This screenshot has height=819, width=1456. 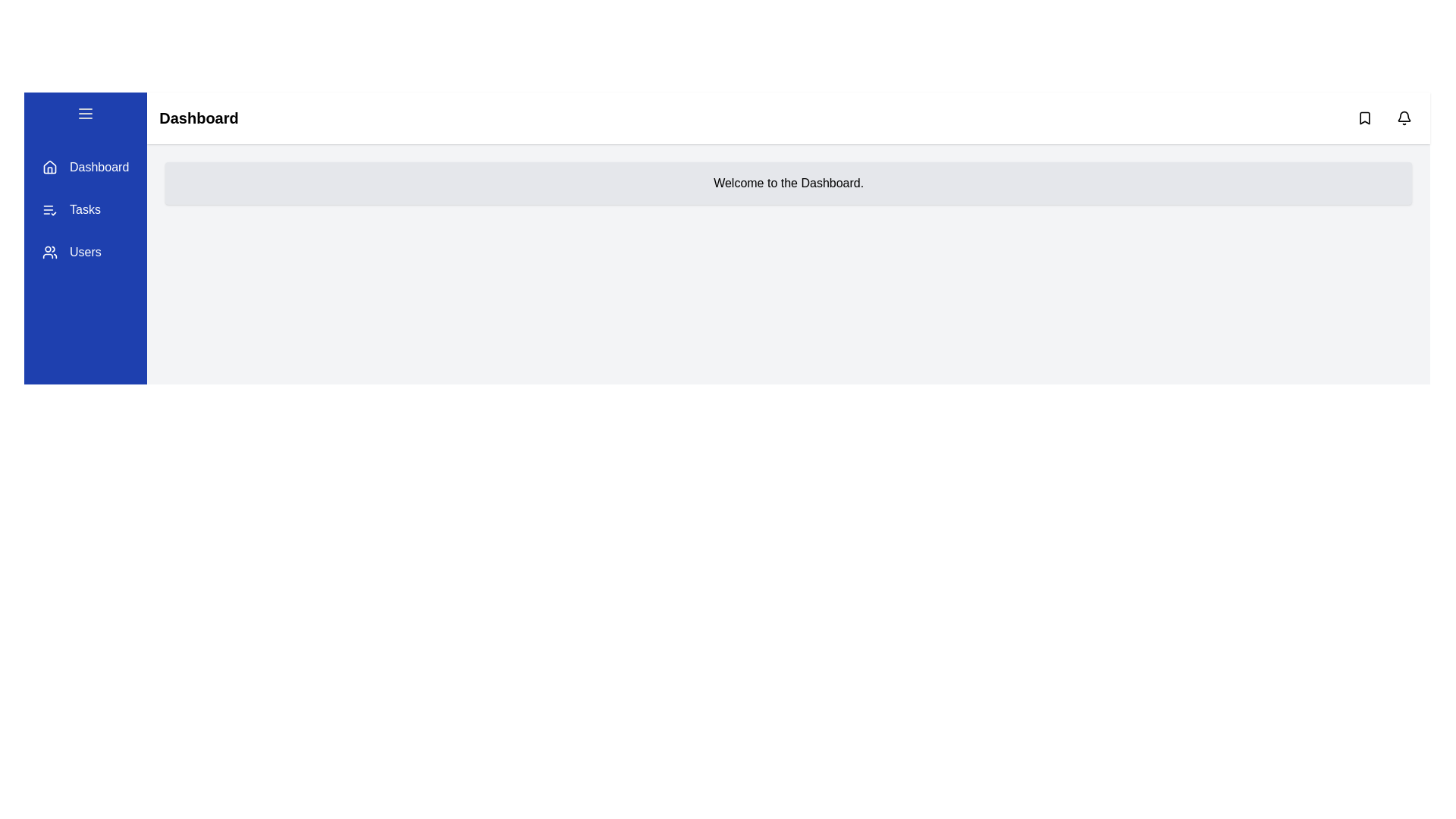 I want to click on the toggle button for the sidebar located at the top of the vertical sidebar, which allows users, so click(x=85, y=113).